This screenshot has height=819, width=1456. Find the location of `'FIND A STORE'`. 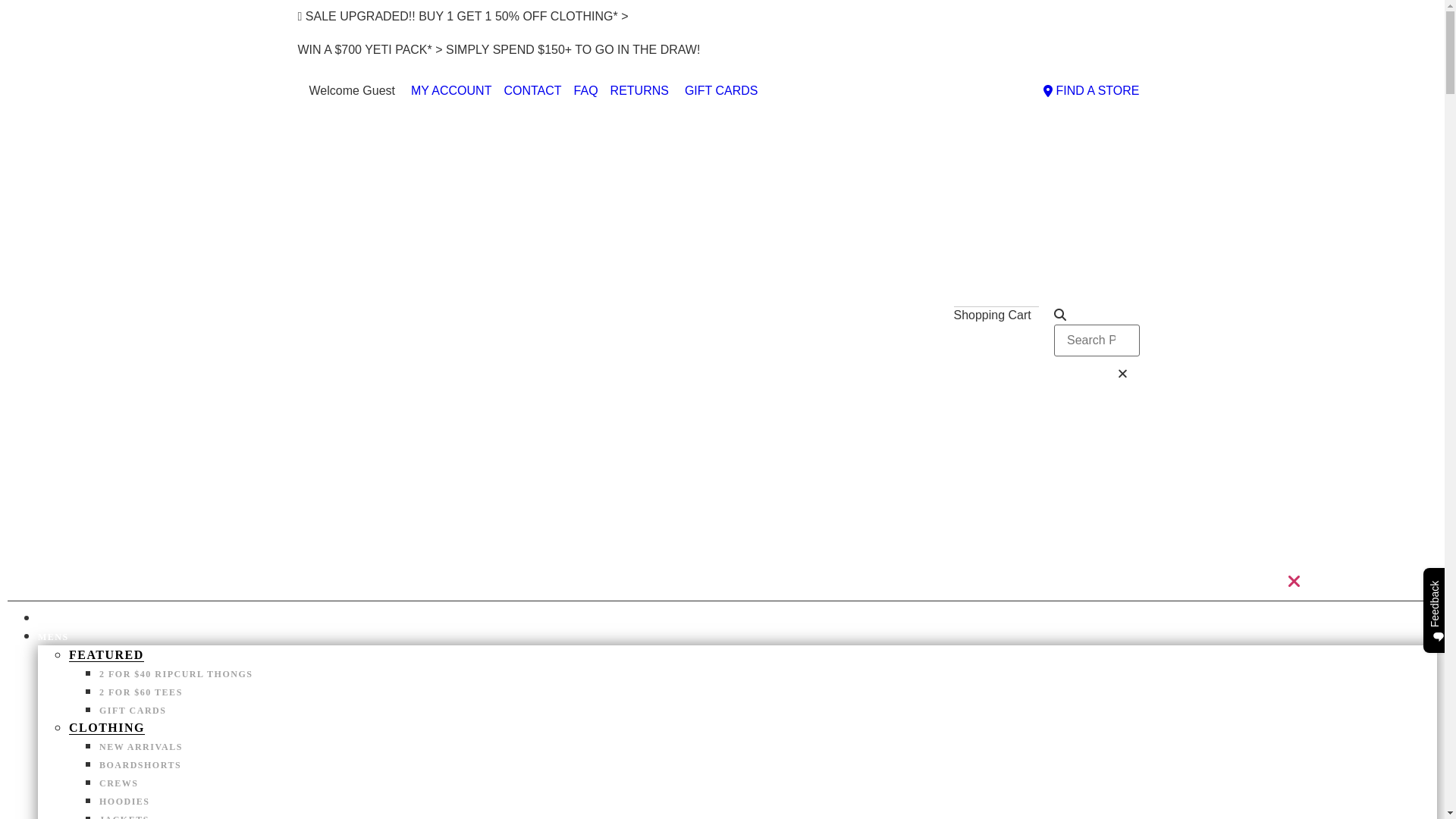

'FIND A STORE' is located at coordinates (1087, 90).